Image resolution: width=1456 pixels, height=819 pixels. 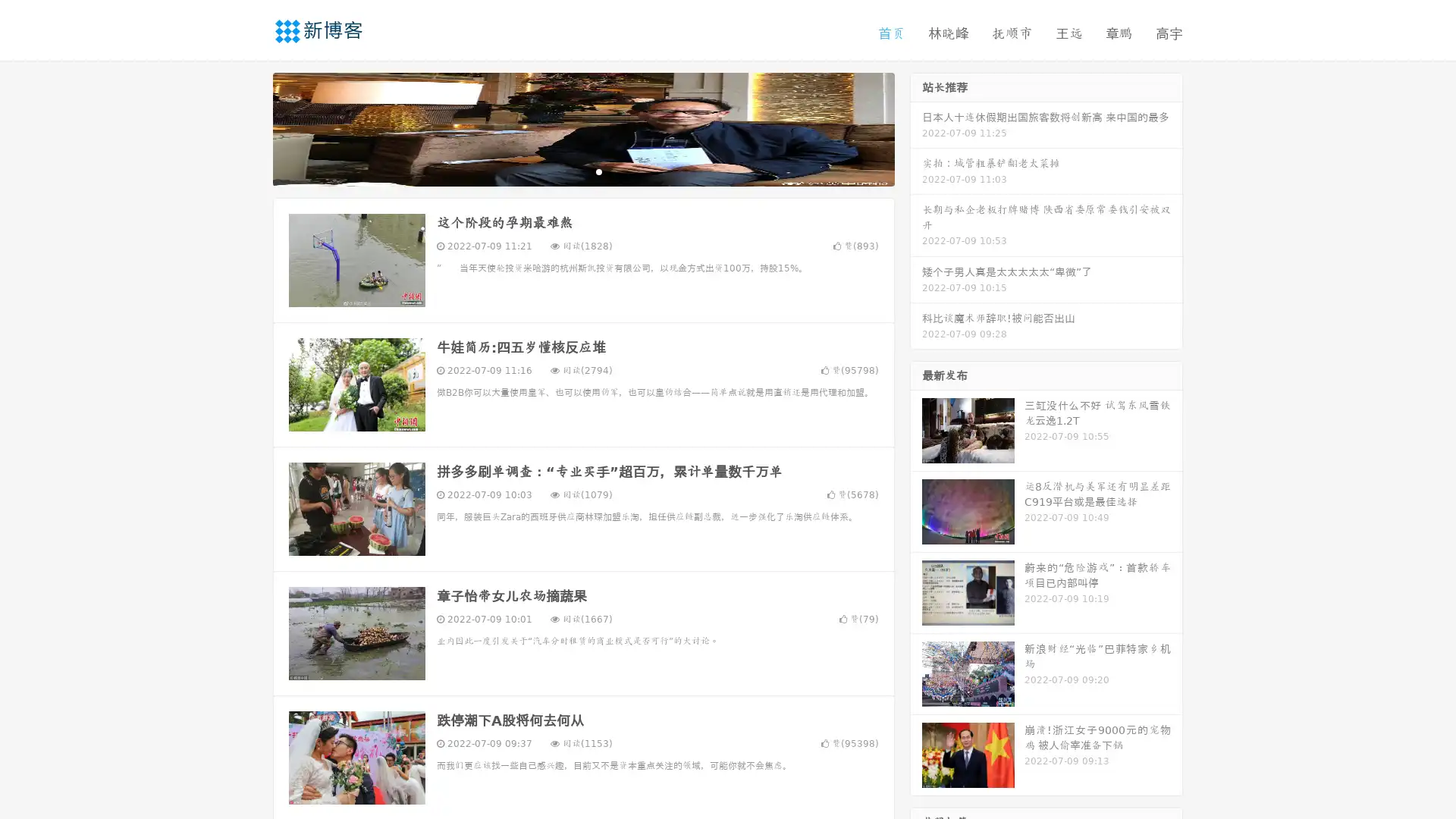 I want to click on Go to slide 3, so click(x=598, y=171).